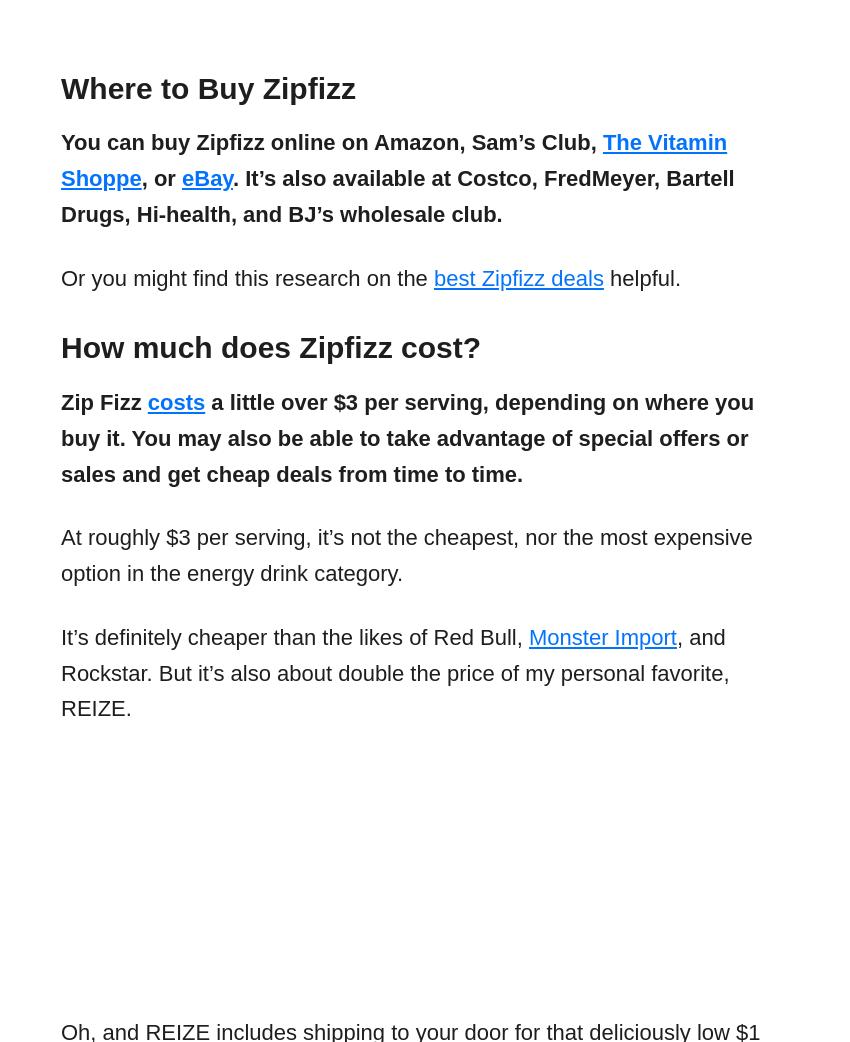 The height and width of the screenshot is (1042, 850). I want to click on 'It’s also available at Costco, FredMeyer, Bartell Drugs, Hi-health, and BJ’s wholesale club.', so click(397, 195).